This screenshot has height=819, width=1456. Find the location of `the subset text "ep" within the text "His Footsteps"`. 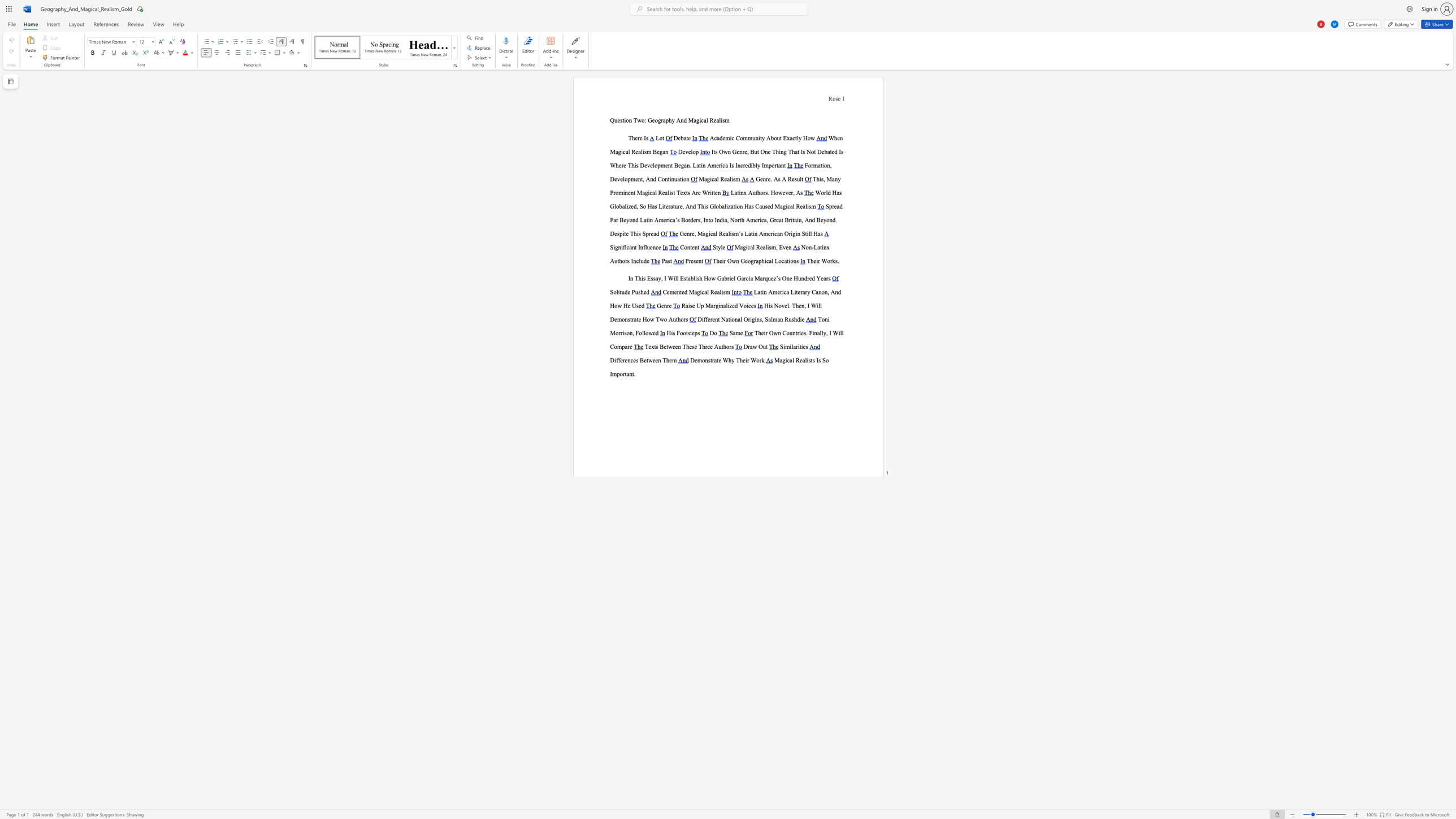

the subset text "ep" within the text "His Footsteps" is located at coordinates (691, 332).